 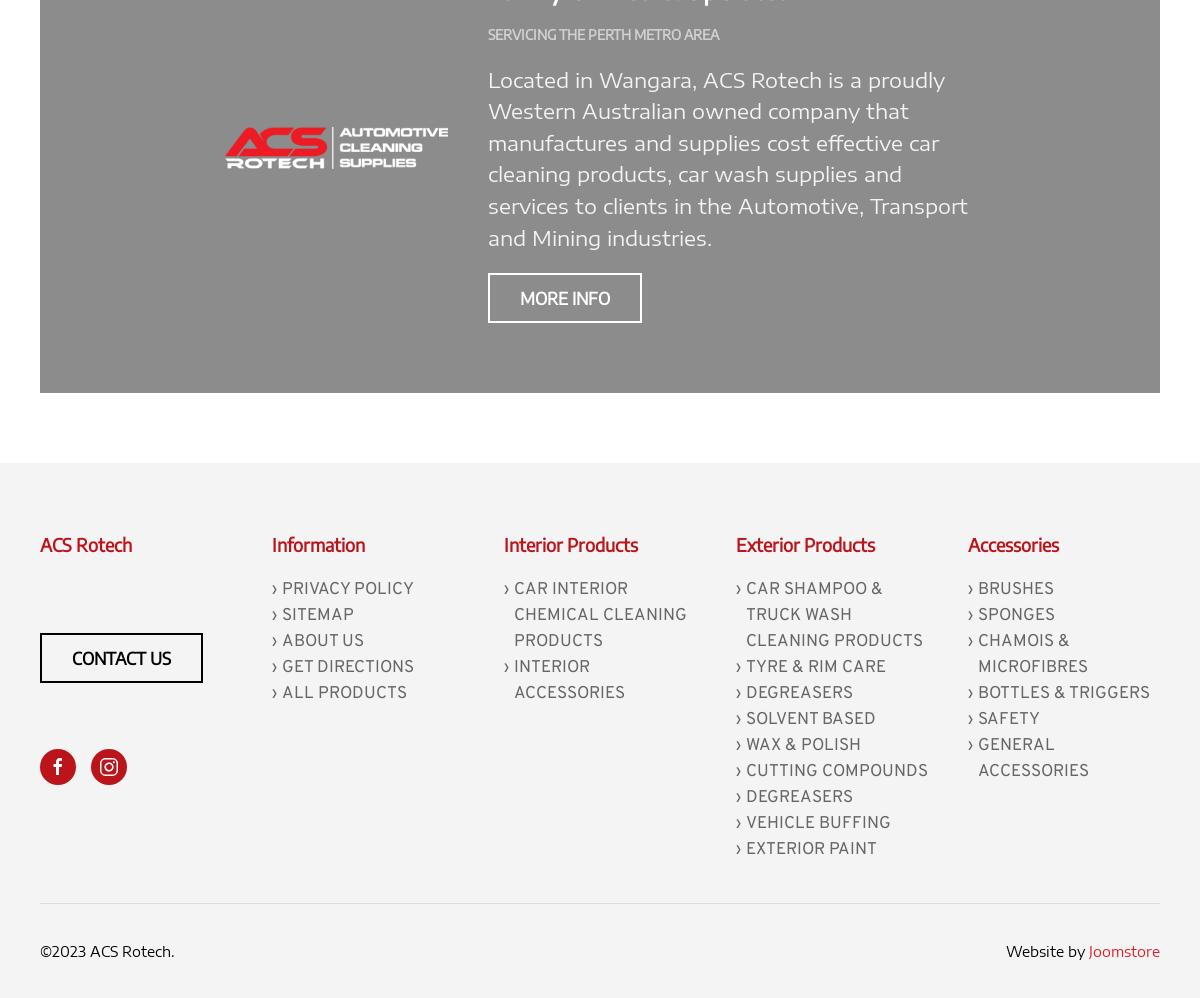 I want to click on 'Website by', so click(x=1047, y=949).